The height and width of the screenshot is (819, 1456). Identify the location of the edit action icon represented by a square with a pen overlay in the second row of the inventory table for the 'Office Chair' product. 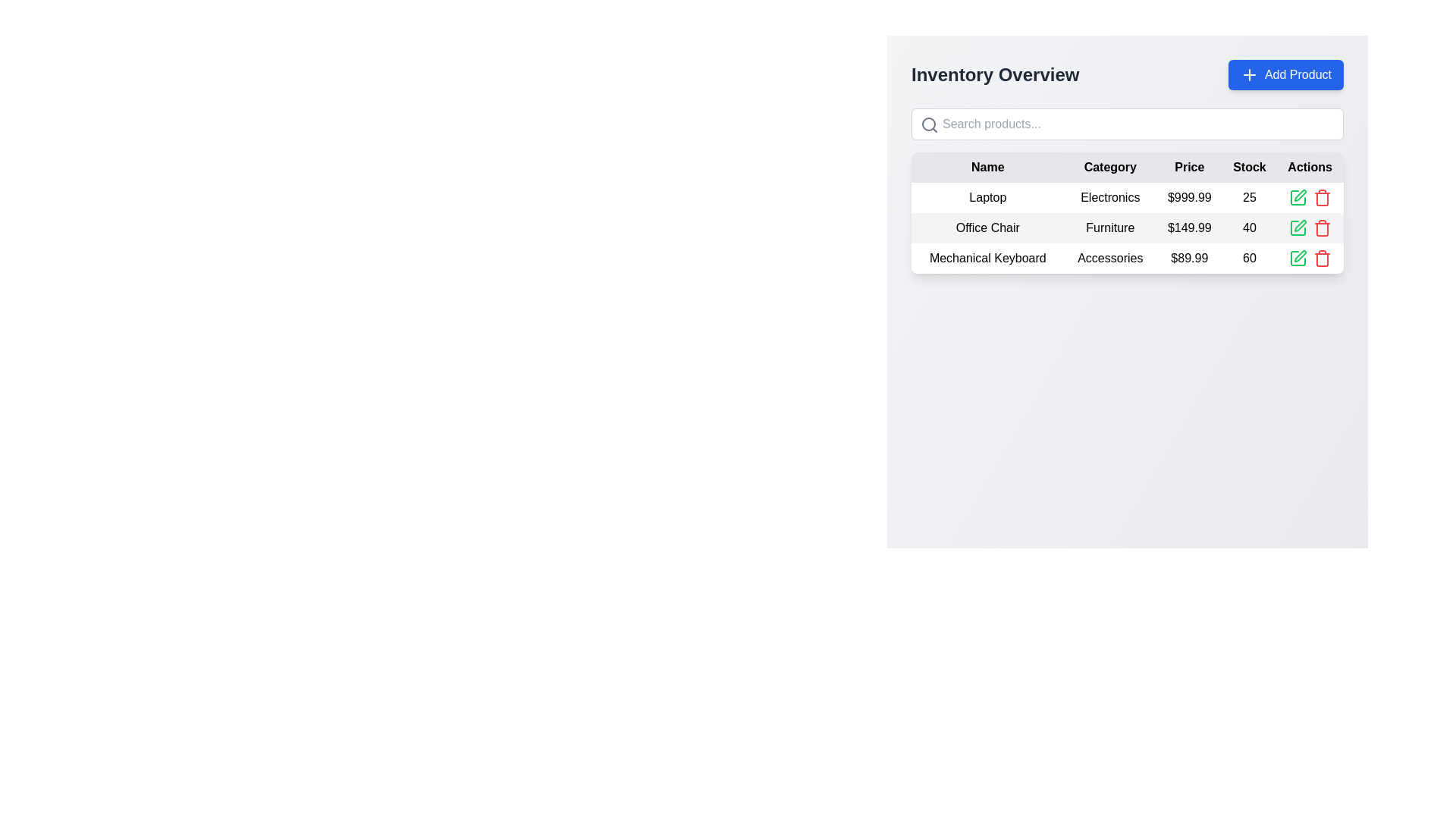
(1297, 227).